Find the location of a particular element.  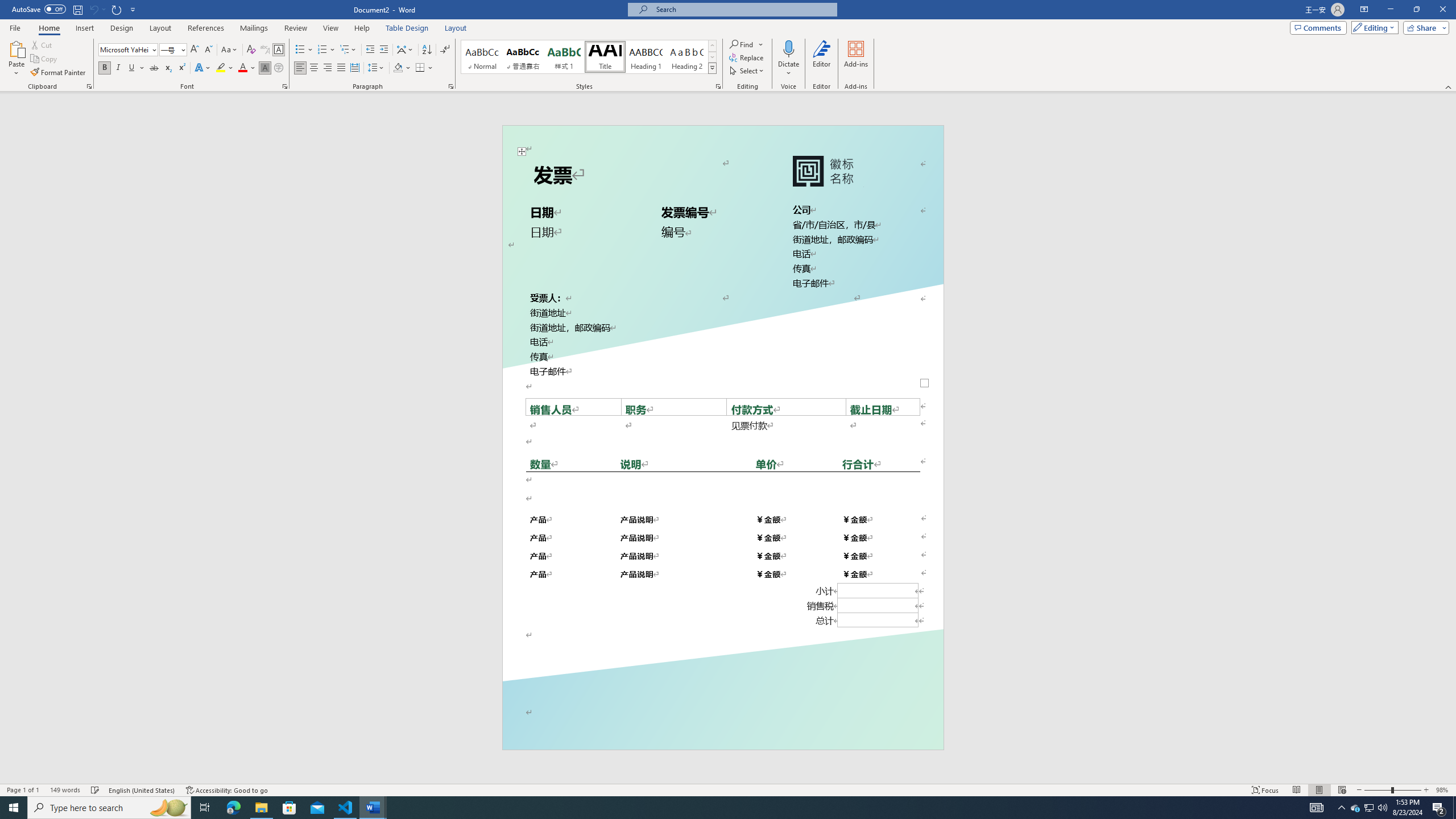

'Enclose Characters...' is located at coordinates (278, 67).